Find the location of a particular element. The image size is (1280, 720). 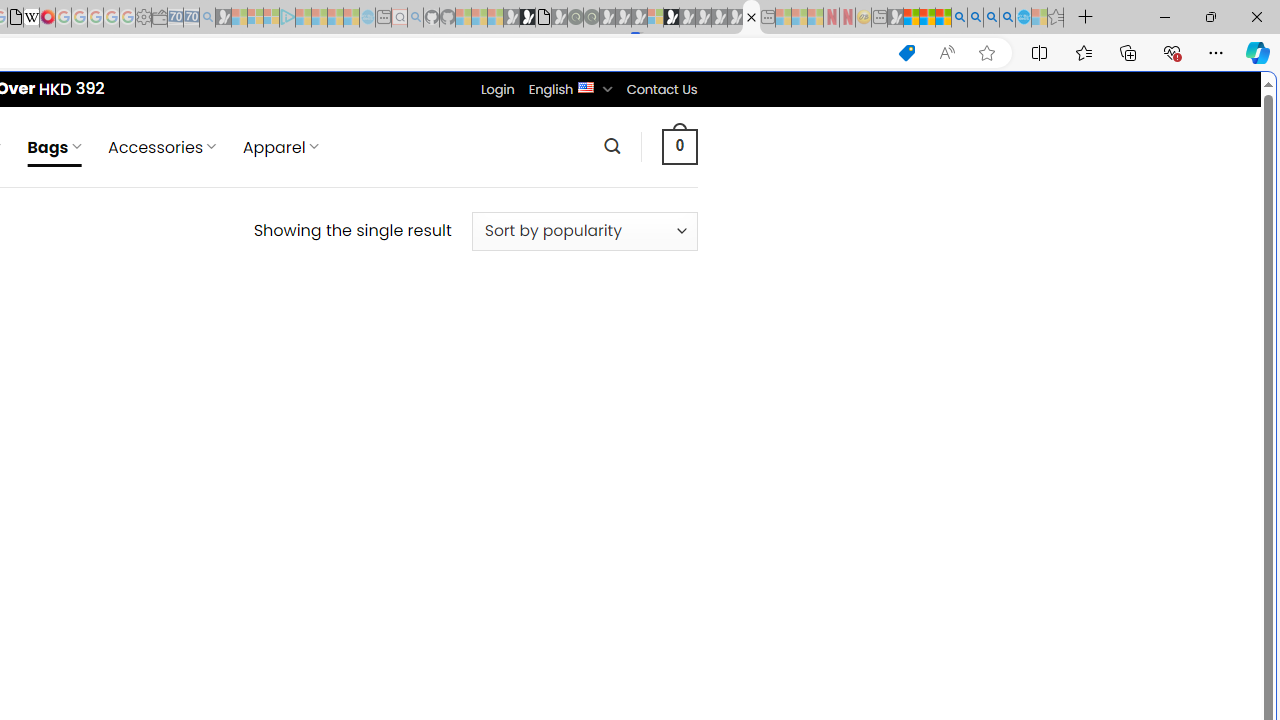

'Bing AI - Search' is located at coordinates (958, 17).